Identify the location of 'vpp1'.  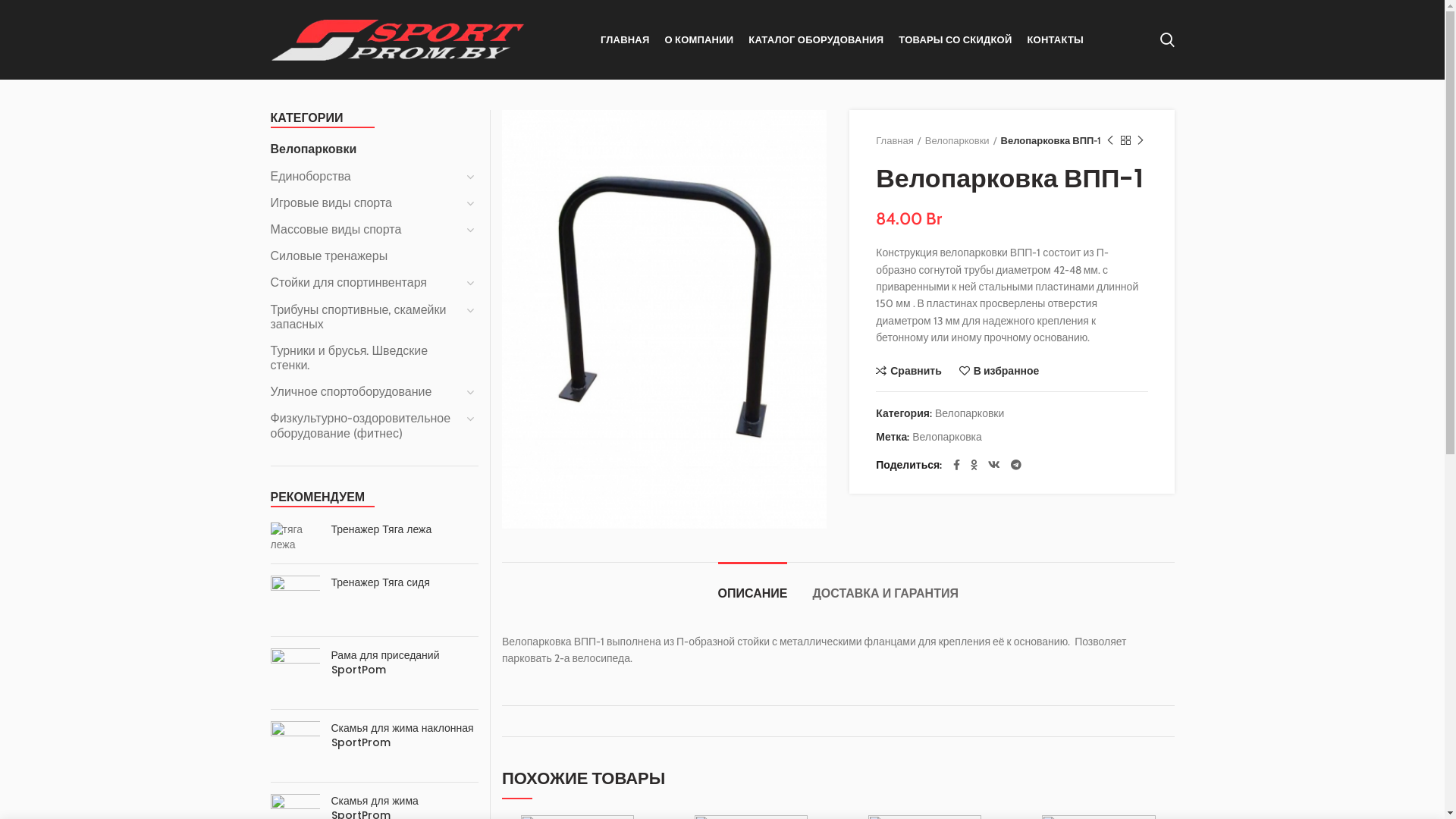
(664, 318).